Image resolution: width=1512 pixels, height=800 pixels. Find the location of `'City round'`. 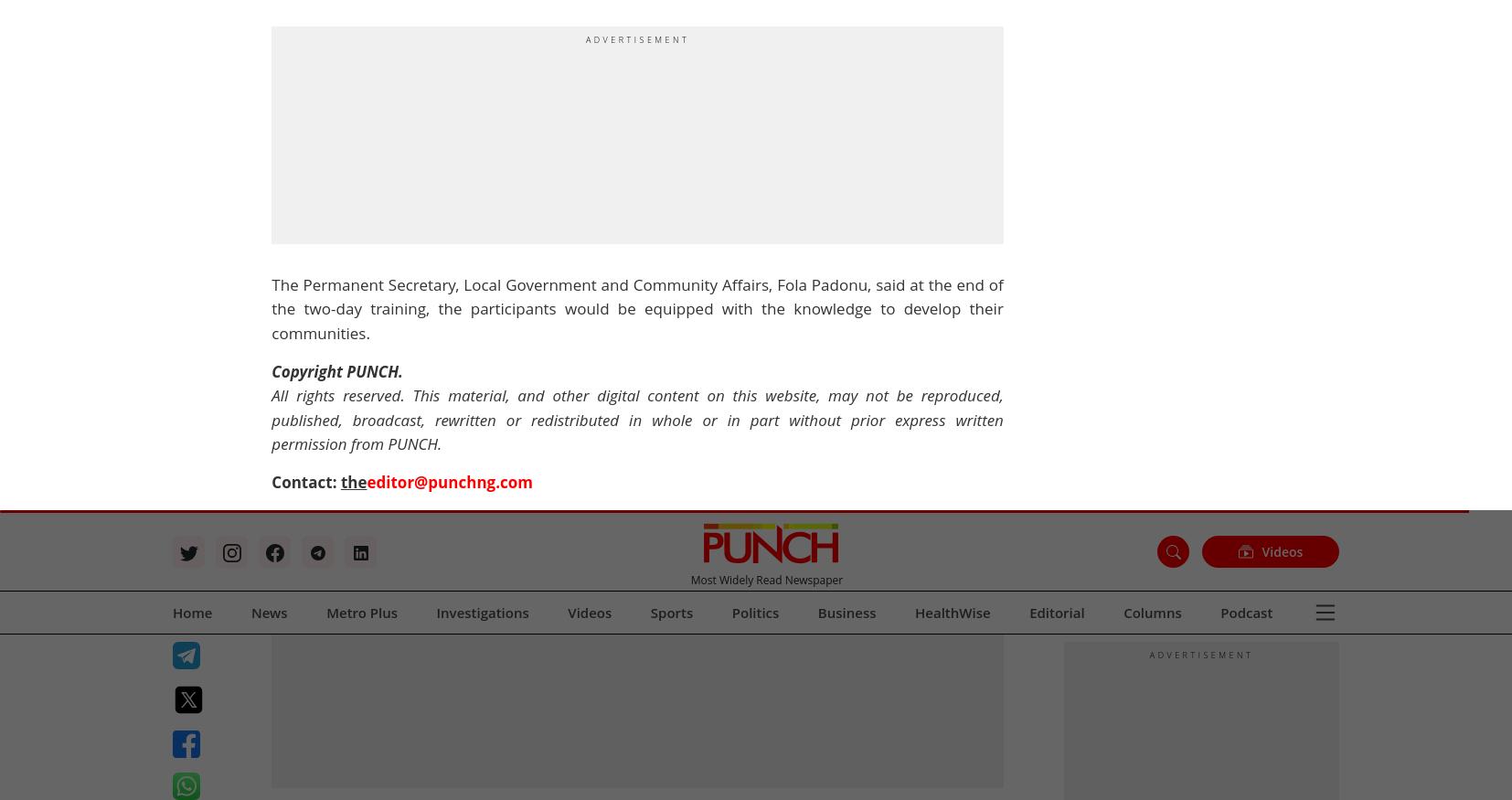

'City round' is located at coordinates (614, 63).